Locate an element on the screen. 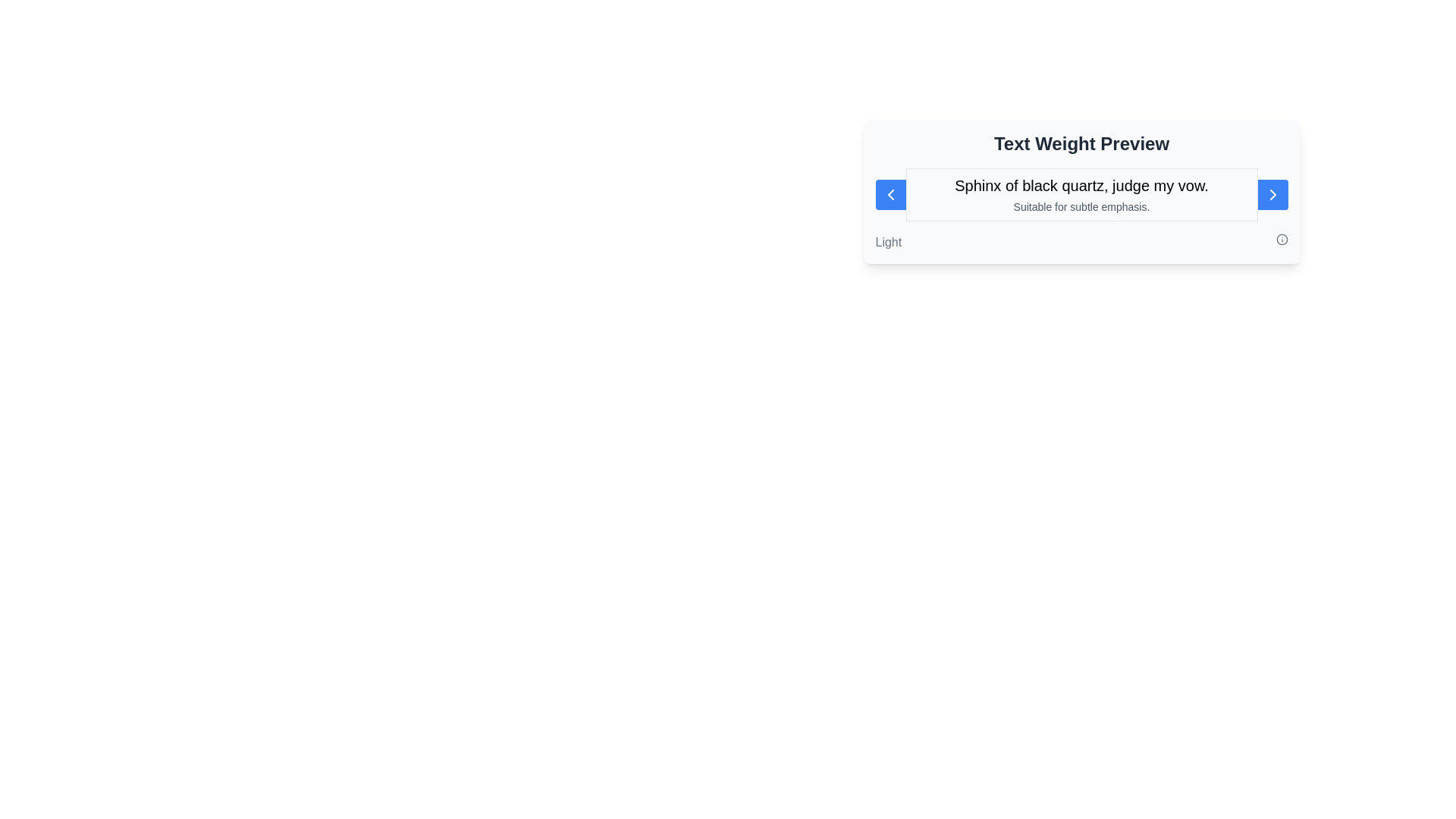  the leftward navigation icon surrounded by a blue circular background is located at coordinates (890, 194).